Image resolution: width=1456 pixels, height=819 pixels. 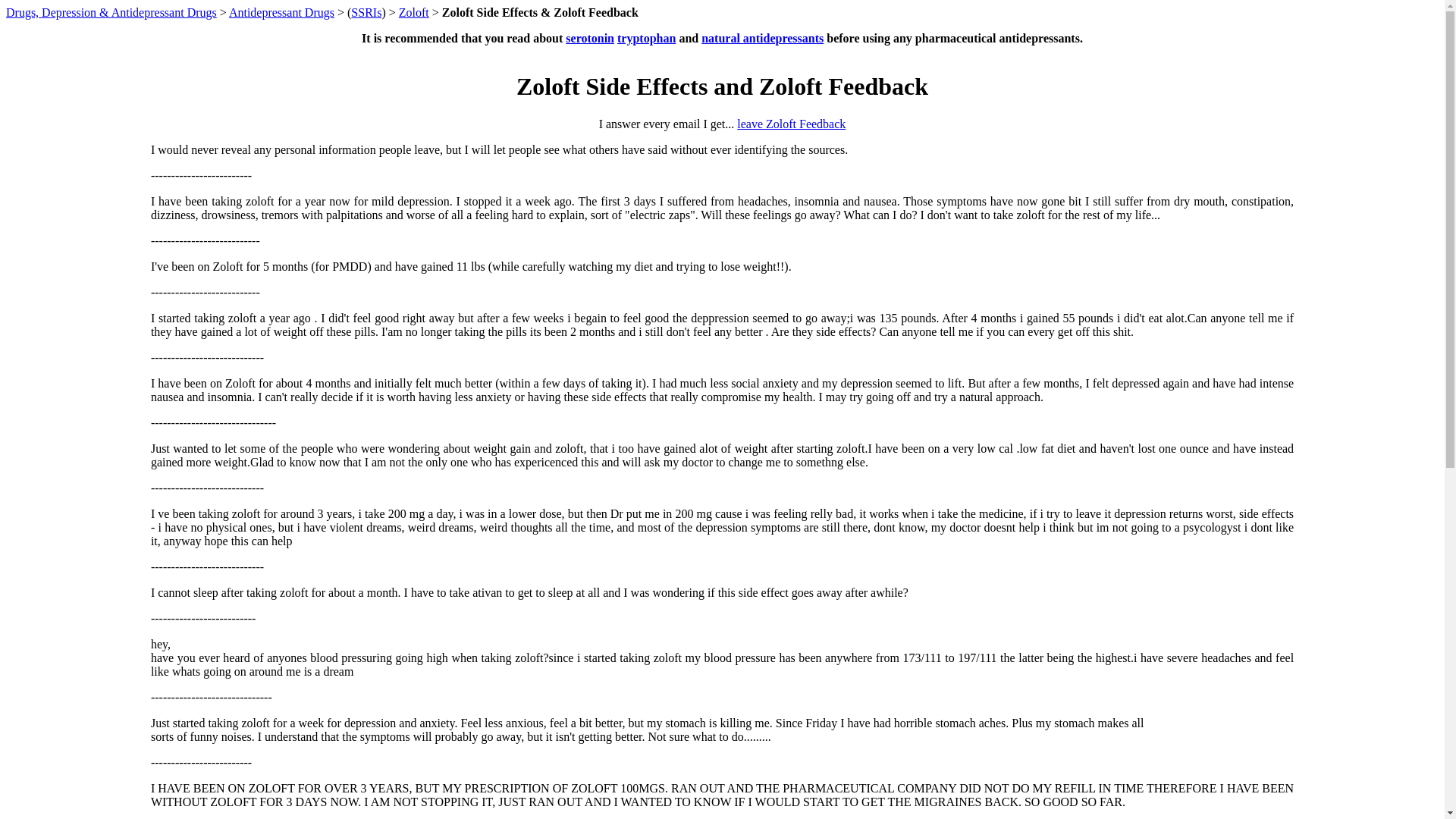 I want to click on 'leave Zoloft Feedback', so click(x=790, y=123).